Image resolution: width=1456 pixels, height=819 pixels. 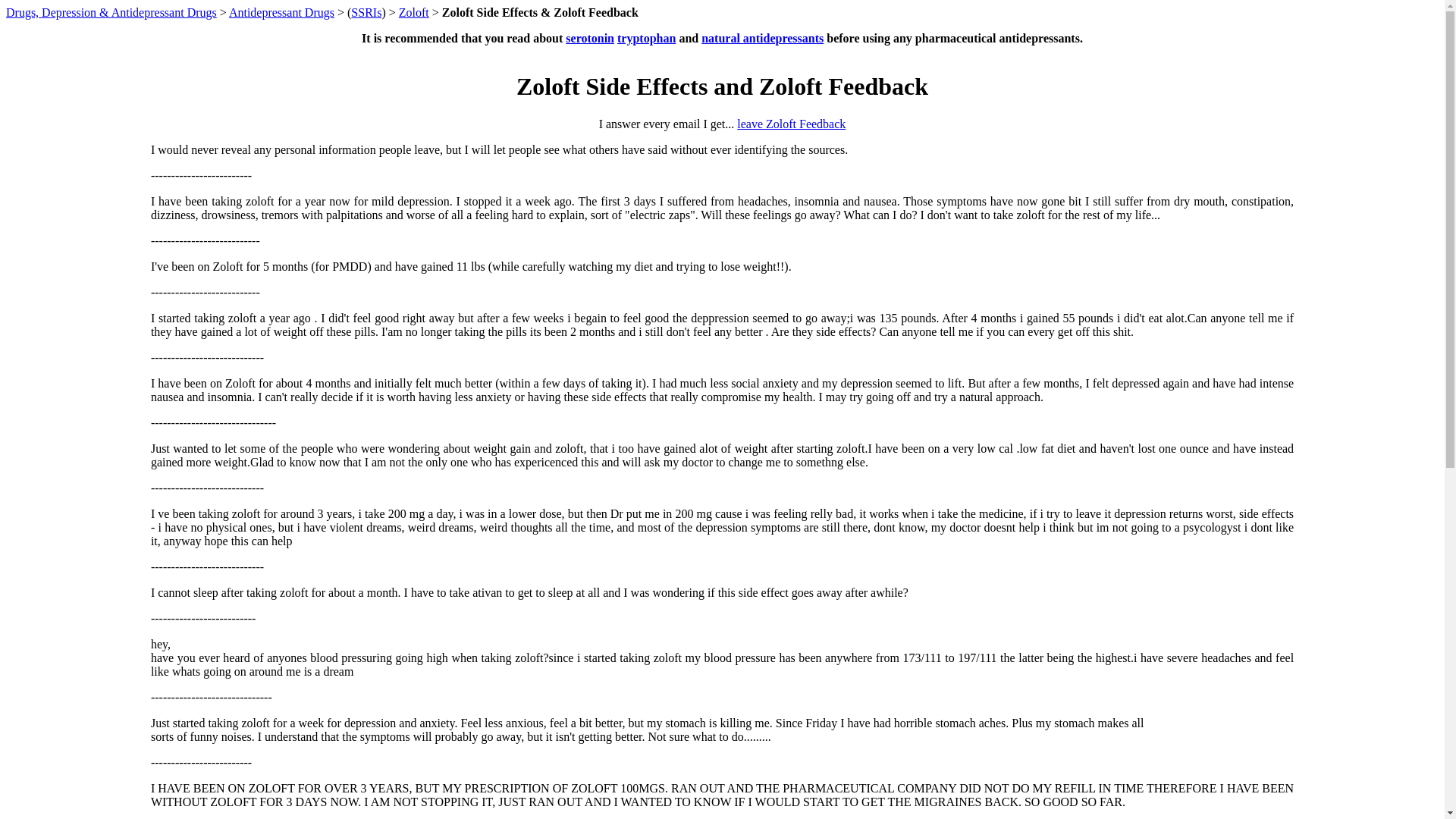 I want to click on 'leave Zoloft Feedback', so click(x=790, y=123).